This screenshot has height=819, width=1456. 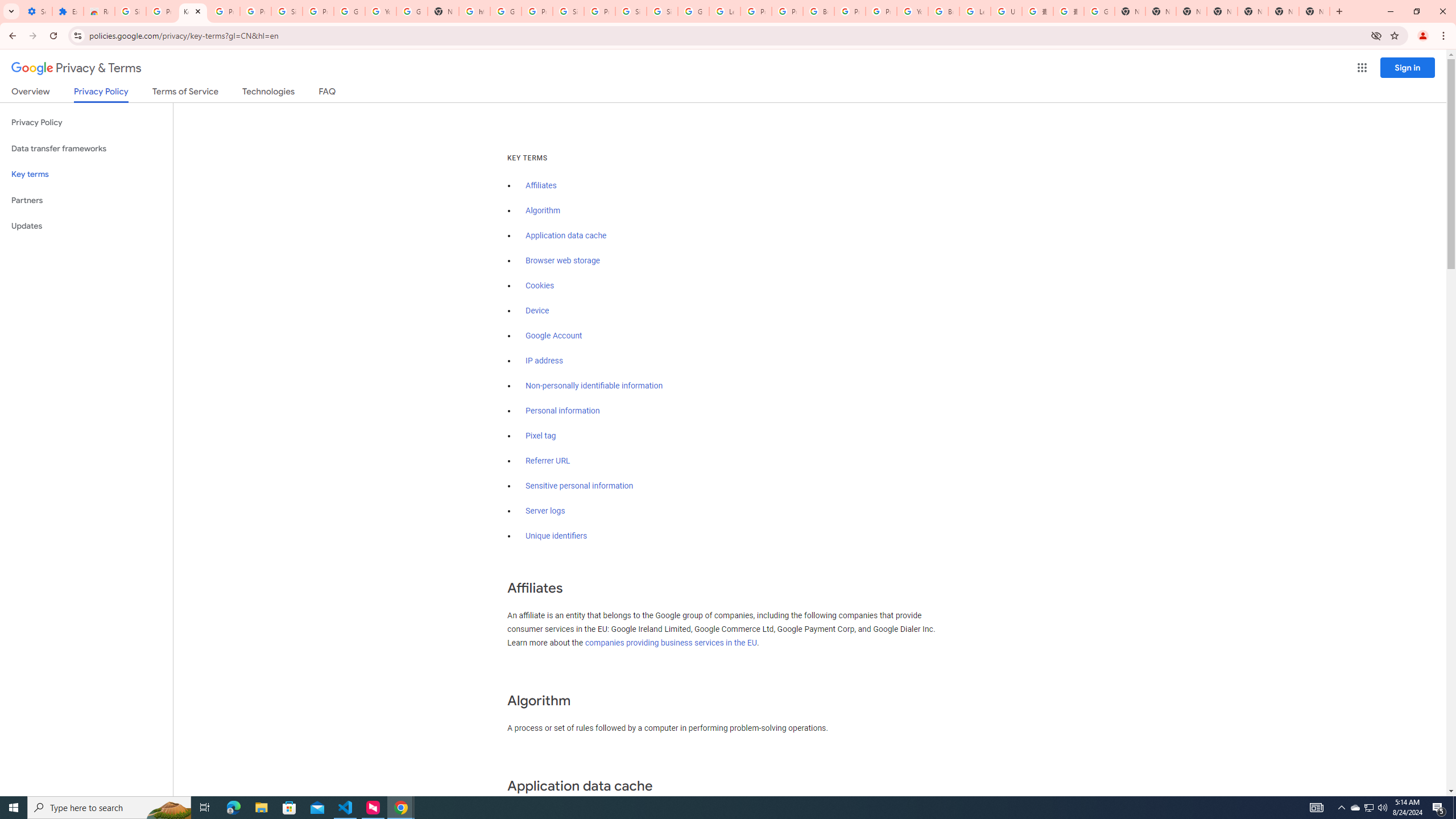 What do you see at coordinates (1314, 11) in the screenshot?
I see `'New Tab'` at bounding box center [1314, 11].